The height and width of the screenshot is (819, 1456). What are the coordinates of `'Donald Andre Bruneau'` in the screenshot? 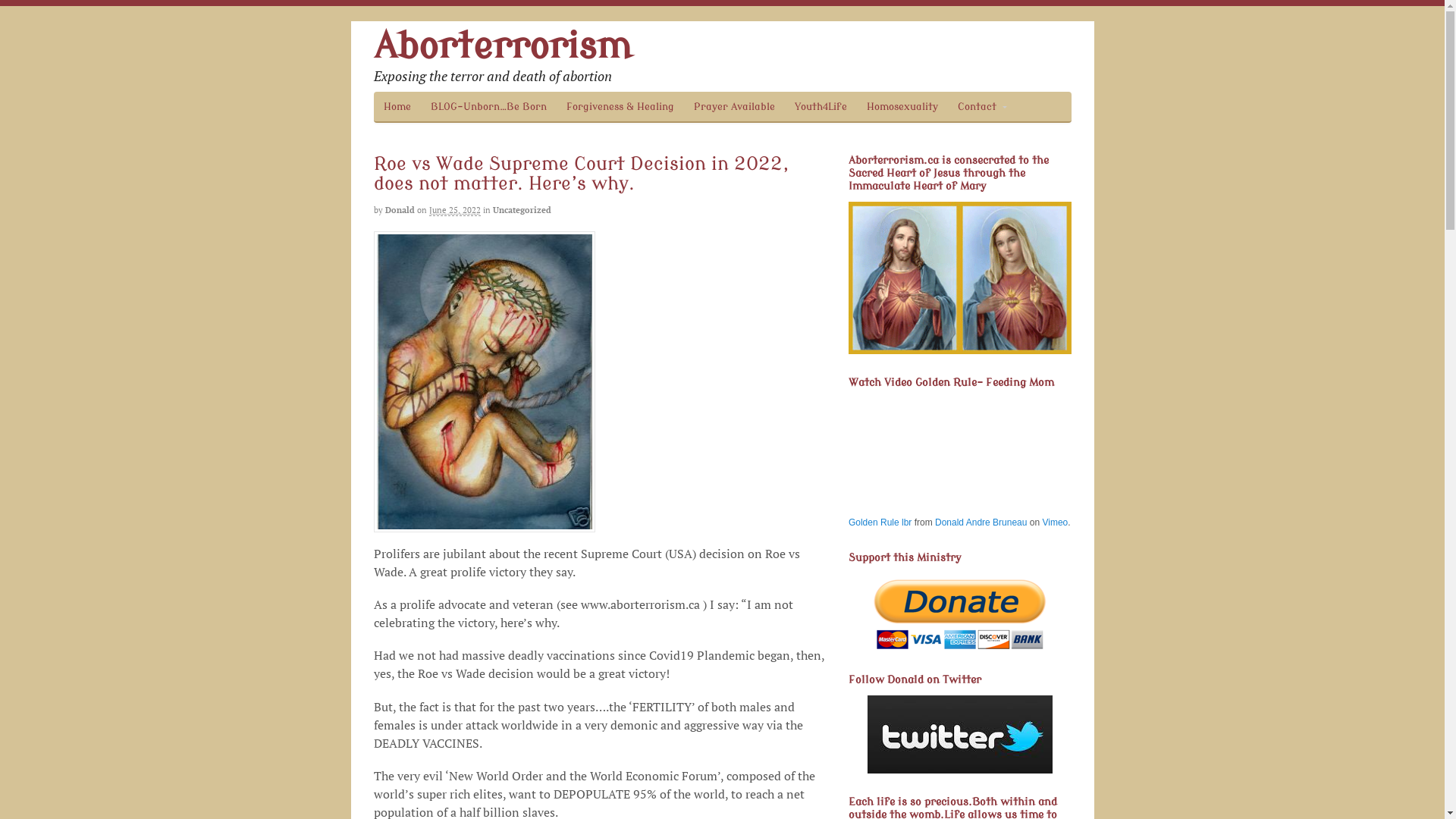 It's located at (981, 522).